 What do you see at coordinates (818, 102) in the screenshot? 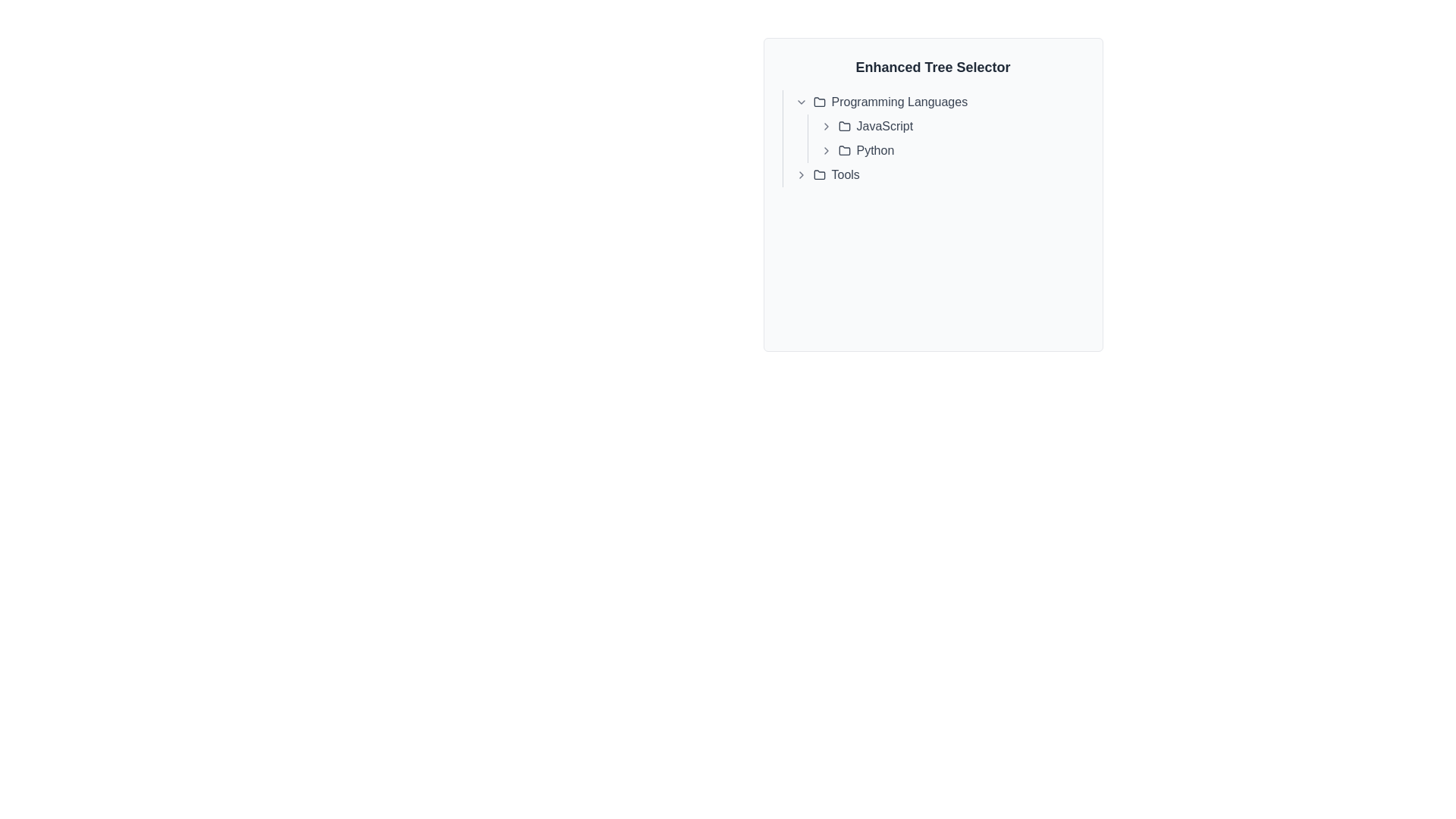
I see `the folder icon, which is located to the left of the text 'Programming Languages' in the hierarchical tree structure` at bounding box center [818, 102].